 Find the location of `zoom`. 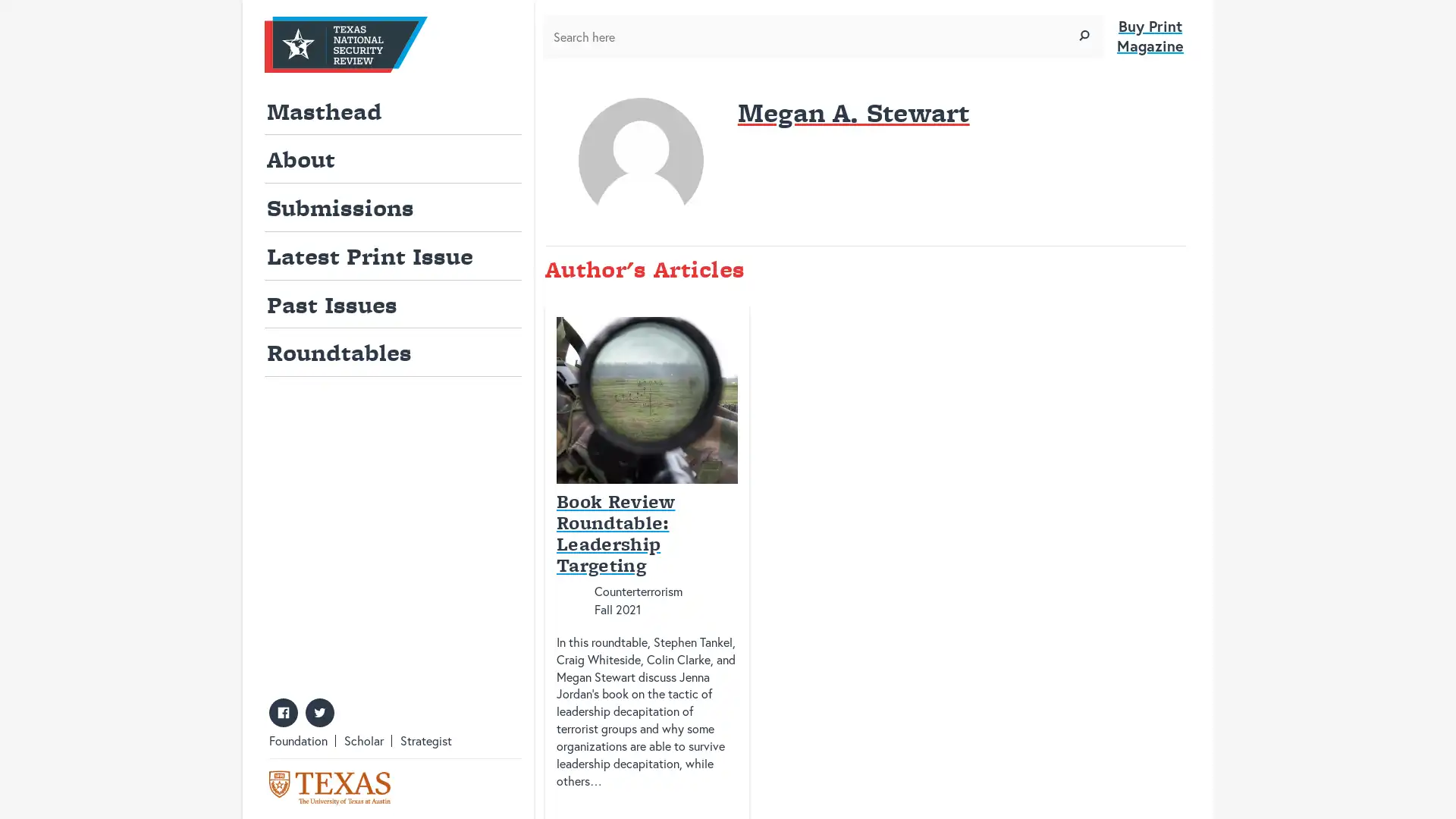

zoom is located at coordinates (1084, 35).